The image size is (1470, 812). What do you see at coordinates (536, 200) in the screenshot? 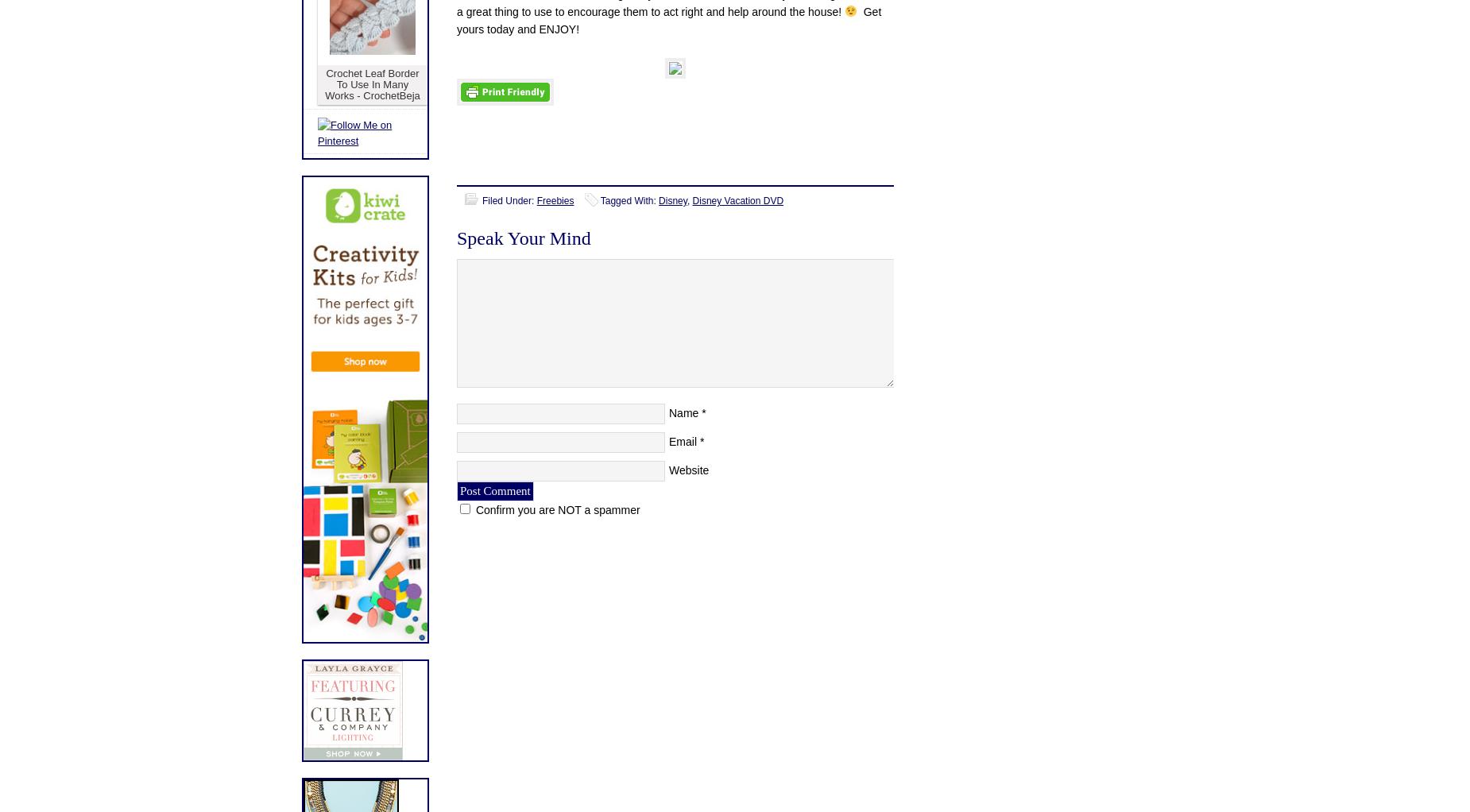
I see `'Freebies'` at bounding box center [536, 200].